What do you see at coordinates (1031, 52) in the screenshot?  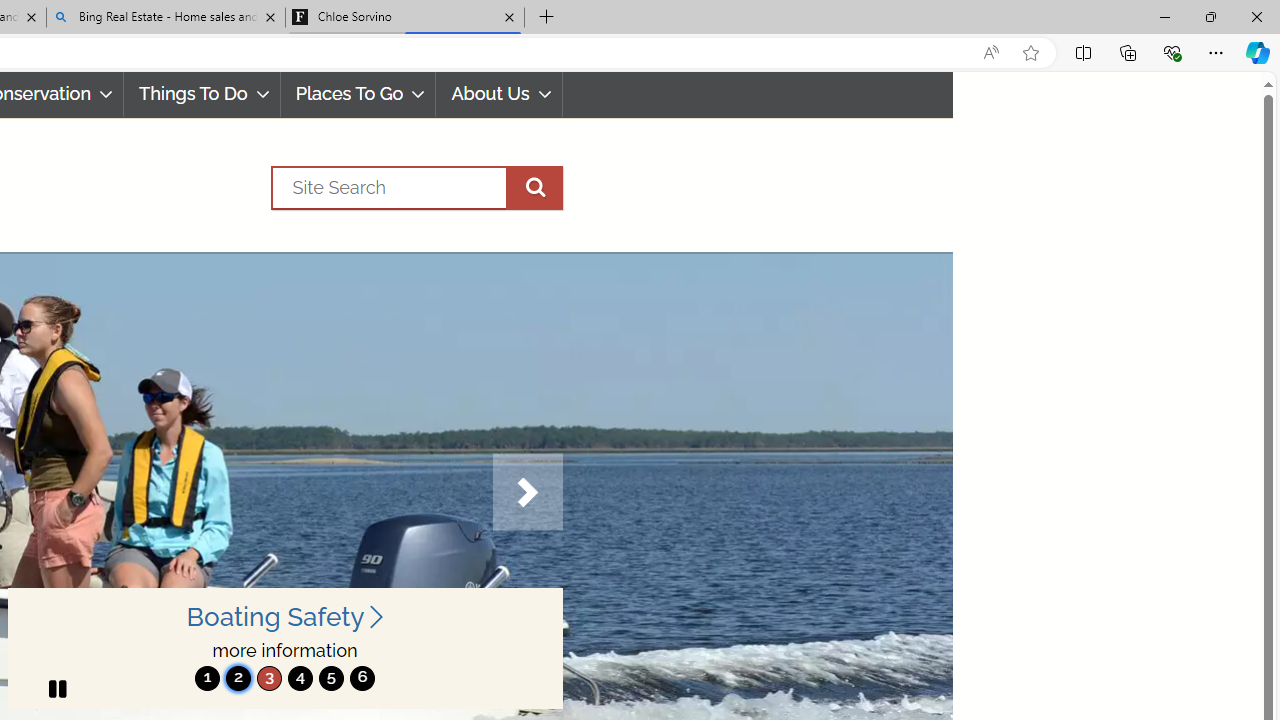 I see `'Add this page to favorites (Ctrl+D)'` at bounding box center [1031, 52].